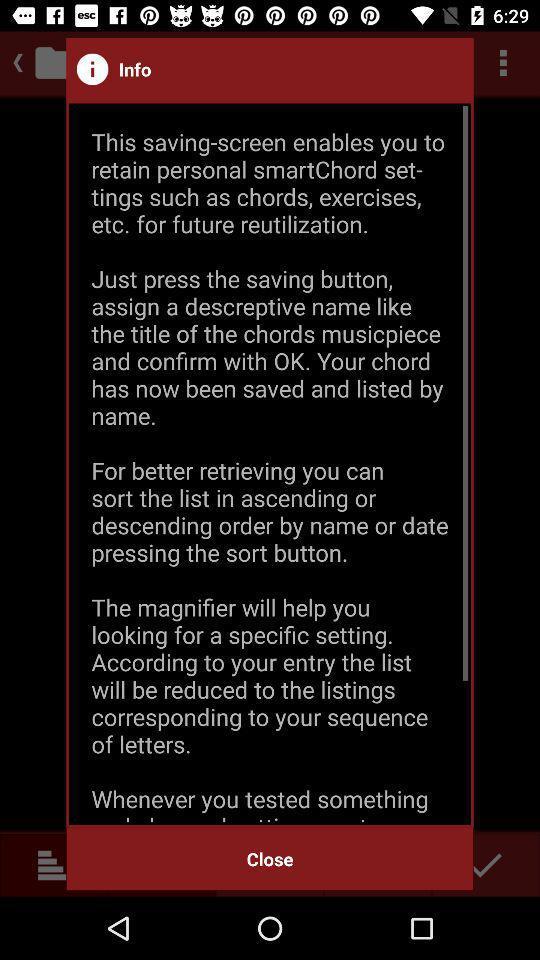  What do you see at coordinates (270, 464) in the screenshot?
I see `the icon at the center` at bounding box center [270, 464].